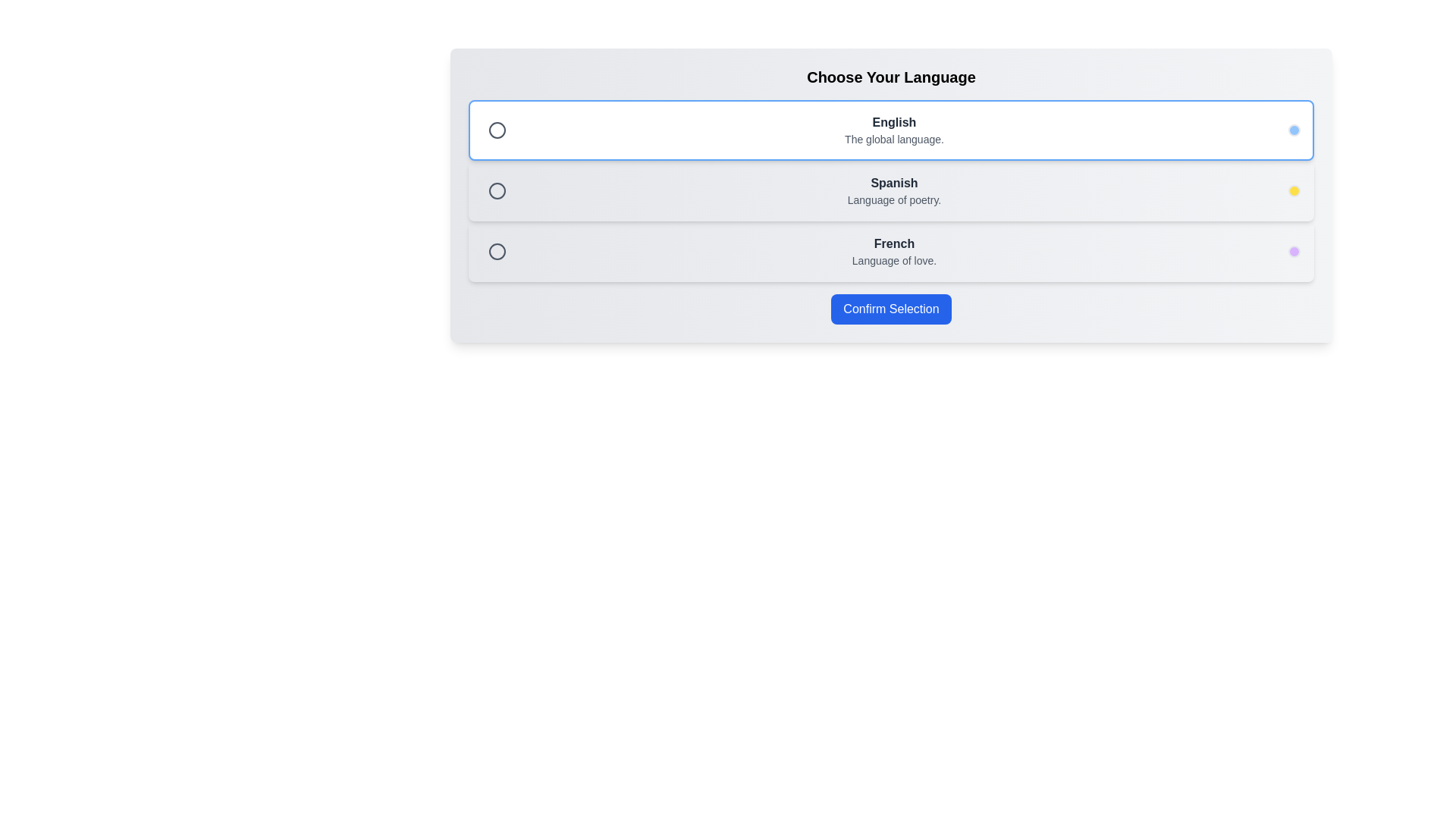  What do you see at coordinates (894, 199) in the screenshot?
I see `the text label displaying 'Language of poetry.' which is positioned below the 'Spanish' label in the language selection context` at bounding box center [894, 199].